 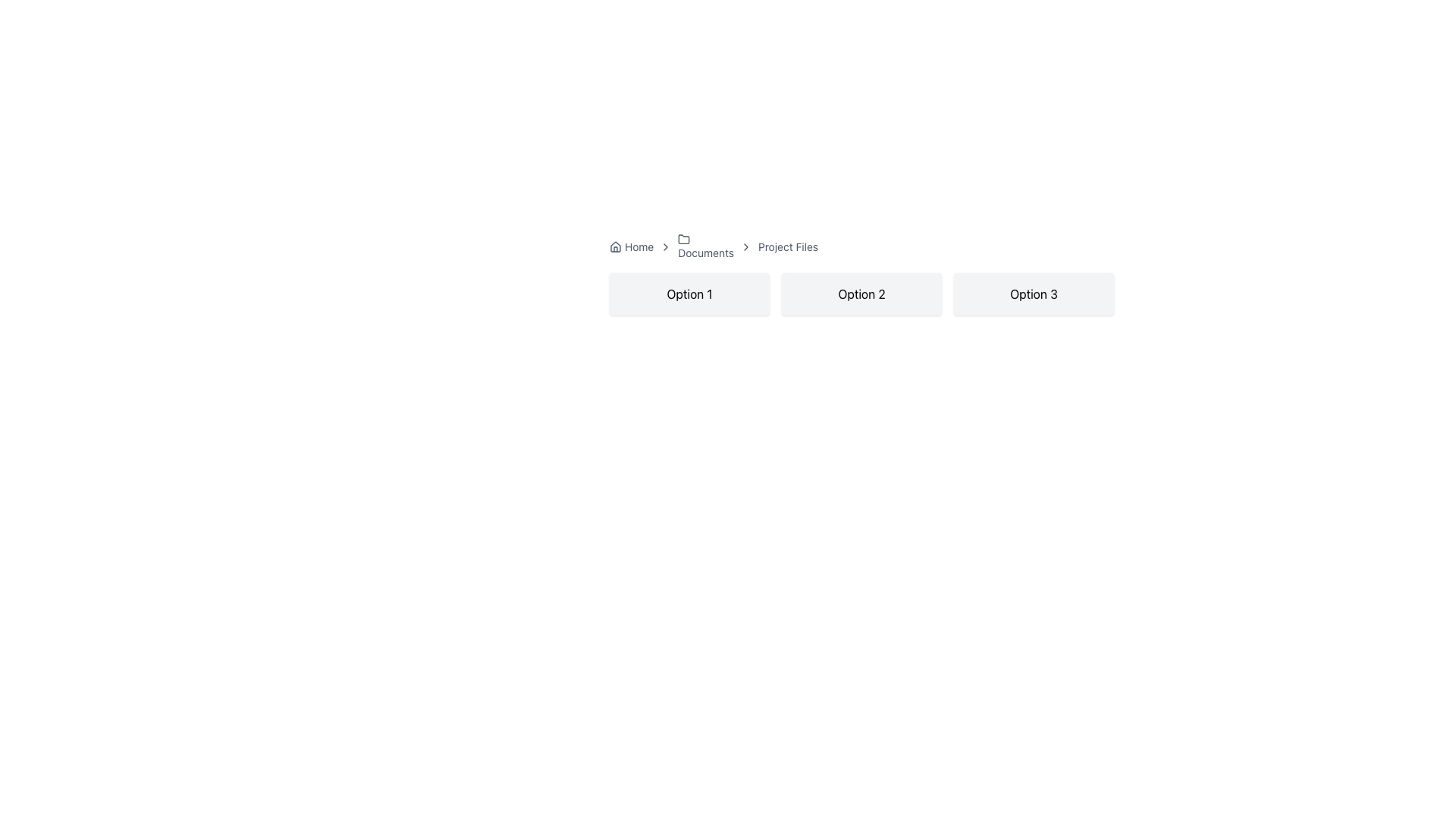 What do you see at coordinates (788, 246) in the screenshot?
I see `the 'Project Files' static text label located in the breadcrumb navigation bar, positioned after the 'Documents' label and a chevron icon` at bounding box center [788, 246].